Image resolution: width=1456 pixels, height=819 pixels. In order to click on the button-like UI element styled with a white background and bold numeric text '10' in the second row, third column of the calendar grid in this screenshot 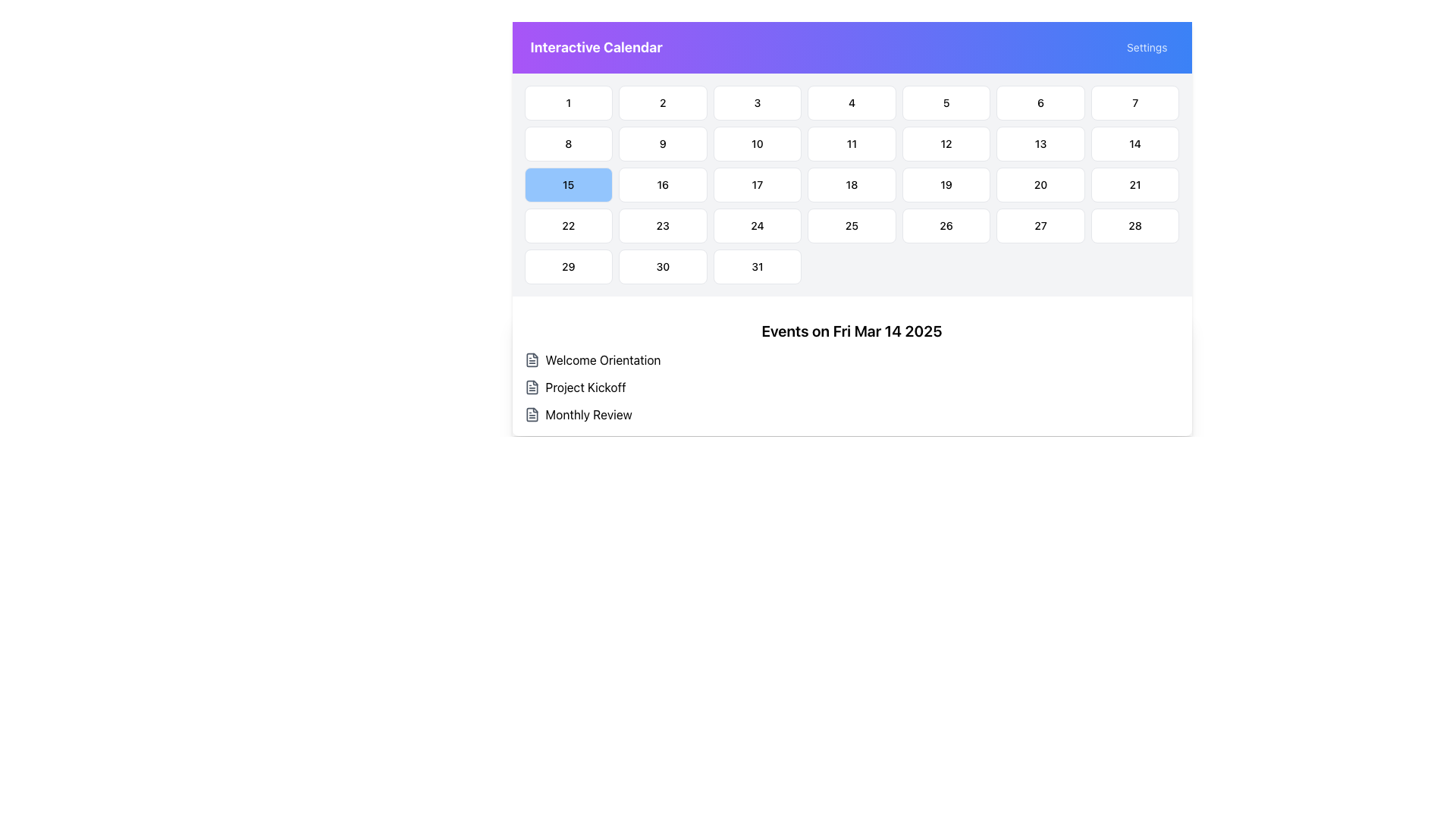, I will do `click(757, 143)`.